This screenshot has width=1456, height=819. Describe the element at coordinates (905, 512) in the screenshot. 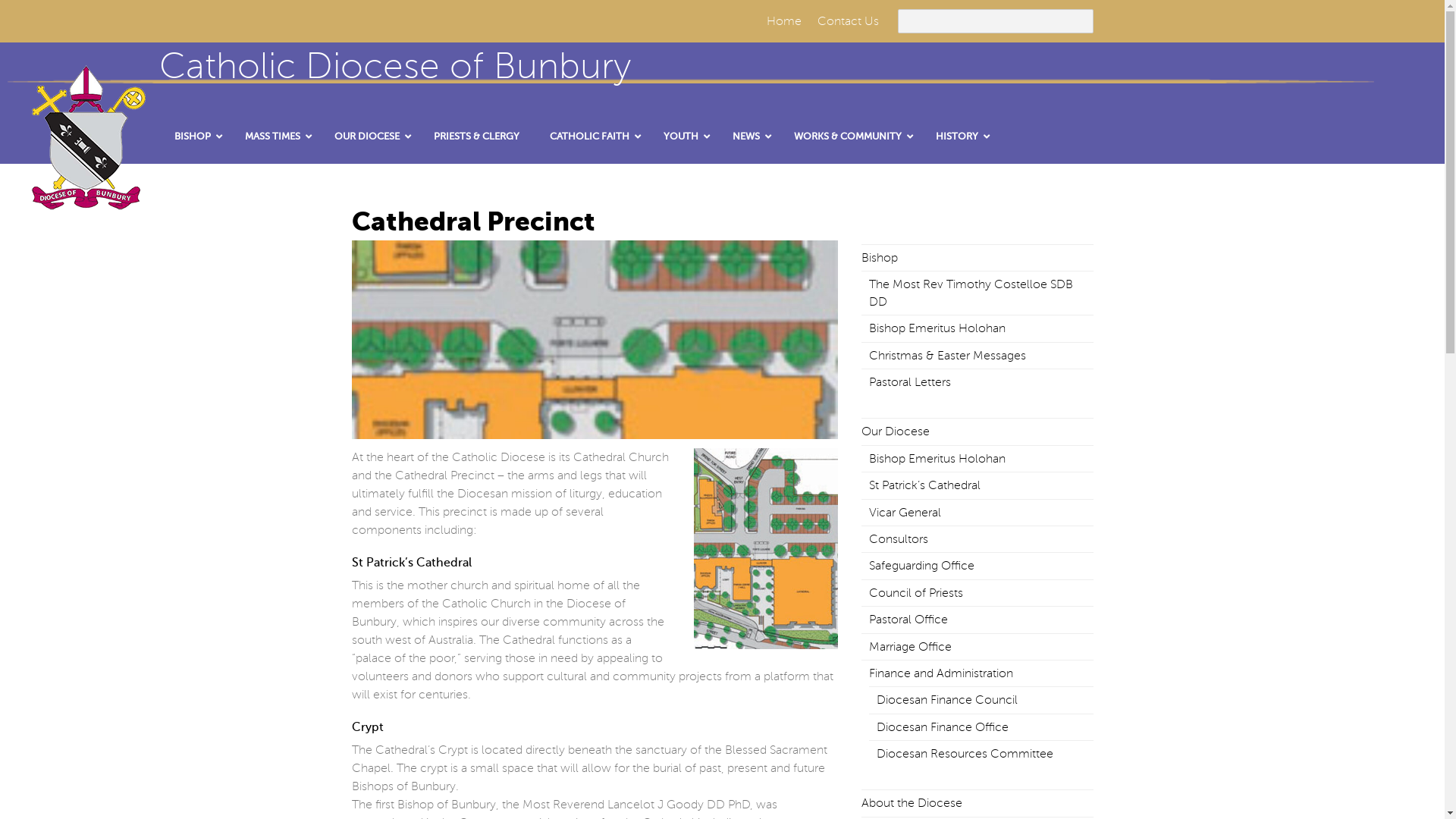

I see `'Vicar General'` at that location.